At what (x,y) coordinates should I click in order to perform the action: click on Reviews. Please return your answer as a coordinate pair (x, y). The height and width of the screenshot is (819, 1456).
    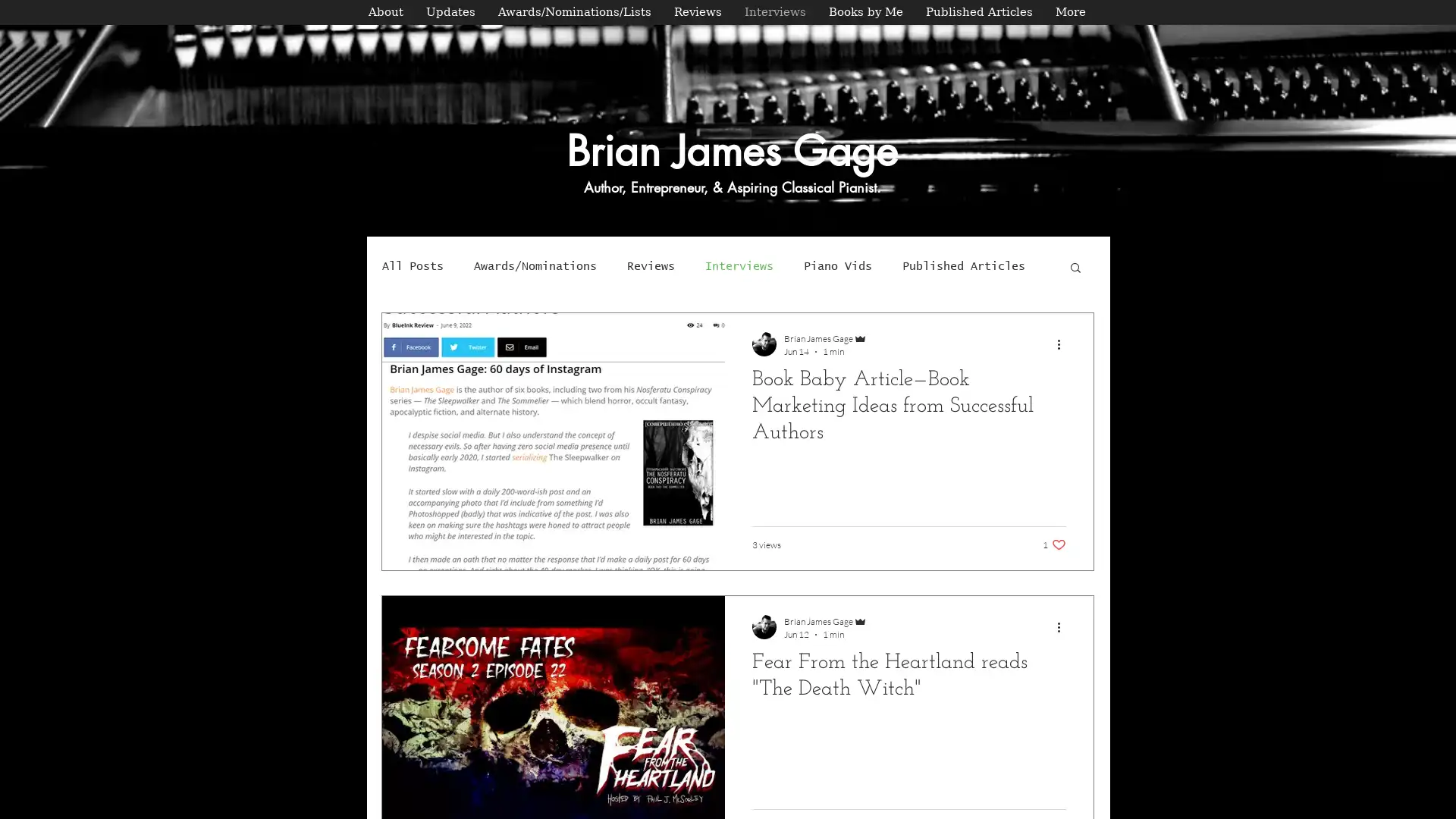
    Looking at the image, I should click on (651, 265).